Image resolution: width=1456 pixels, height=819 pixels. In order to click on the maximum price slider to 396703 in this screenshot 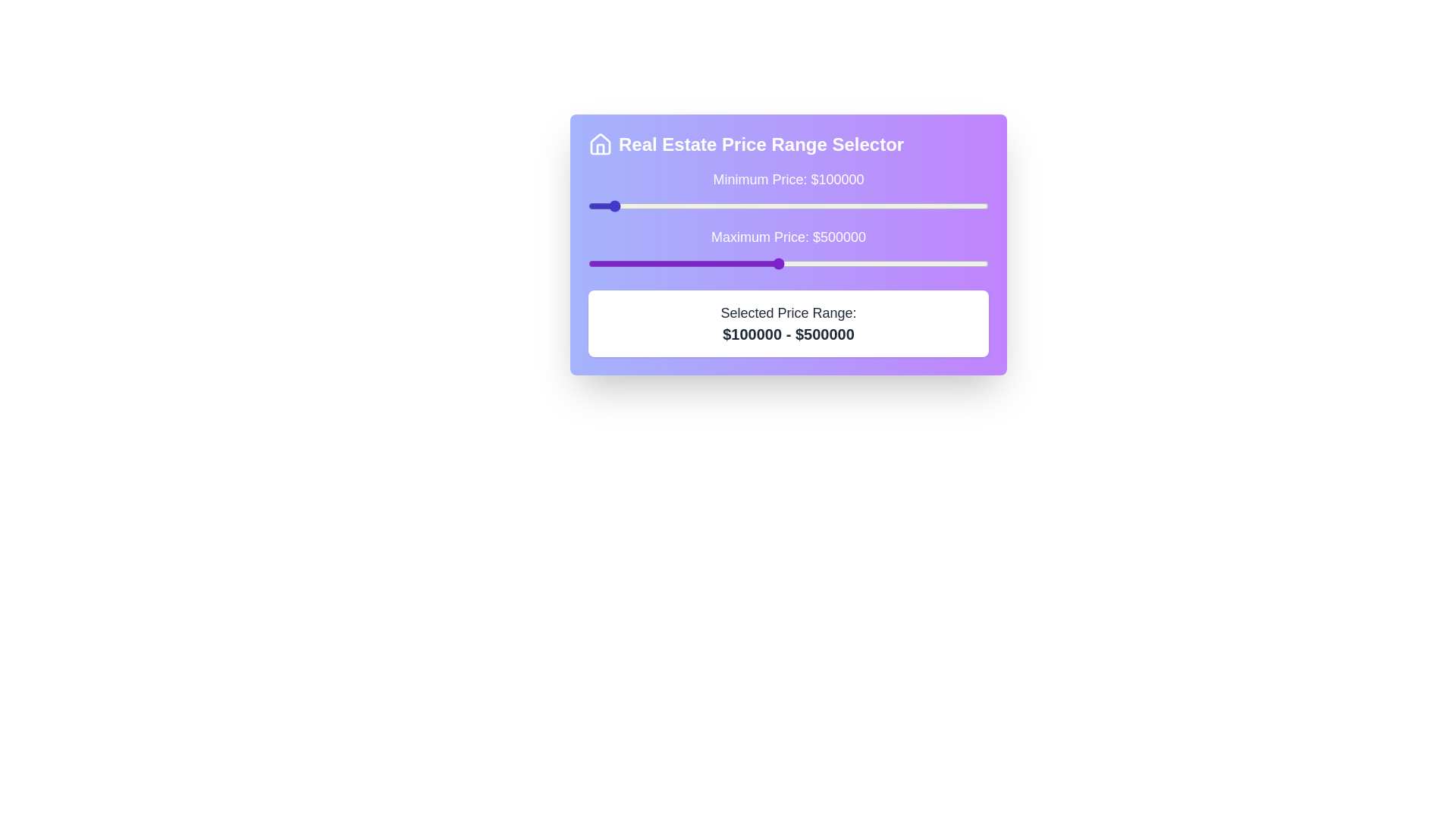, I will do `click(734, 262)`.